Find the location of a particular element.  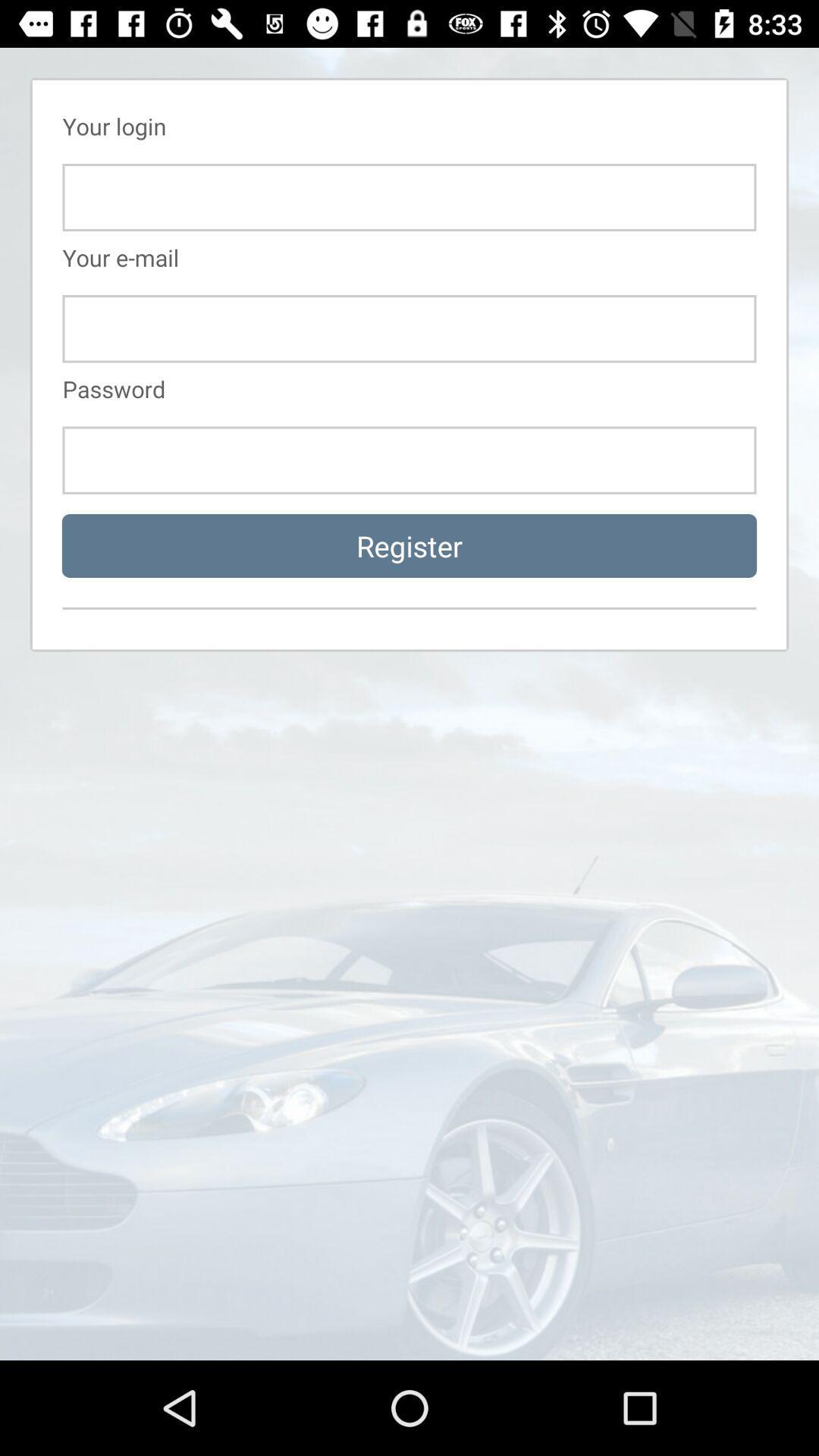

text field to enter login is located at coordinates (409, 196).